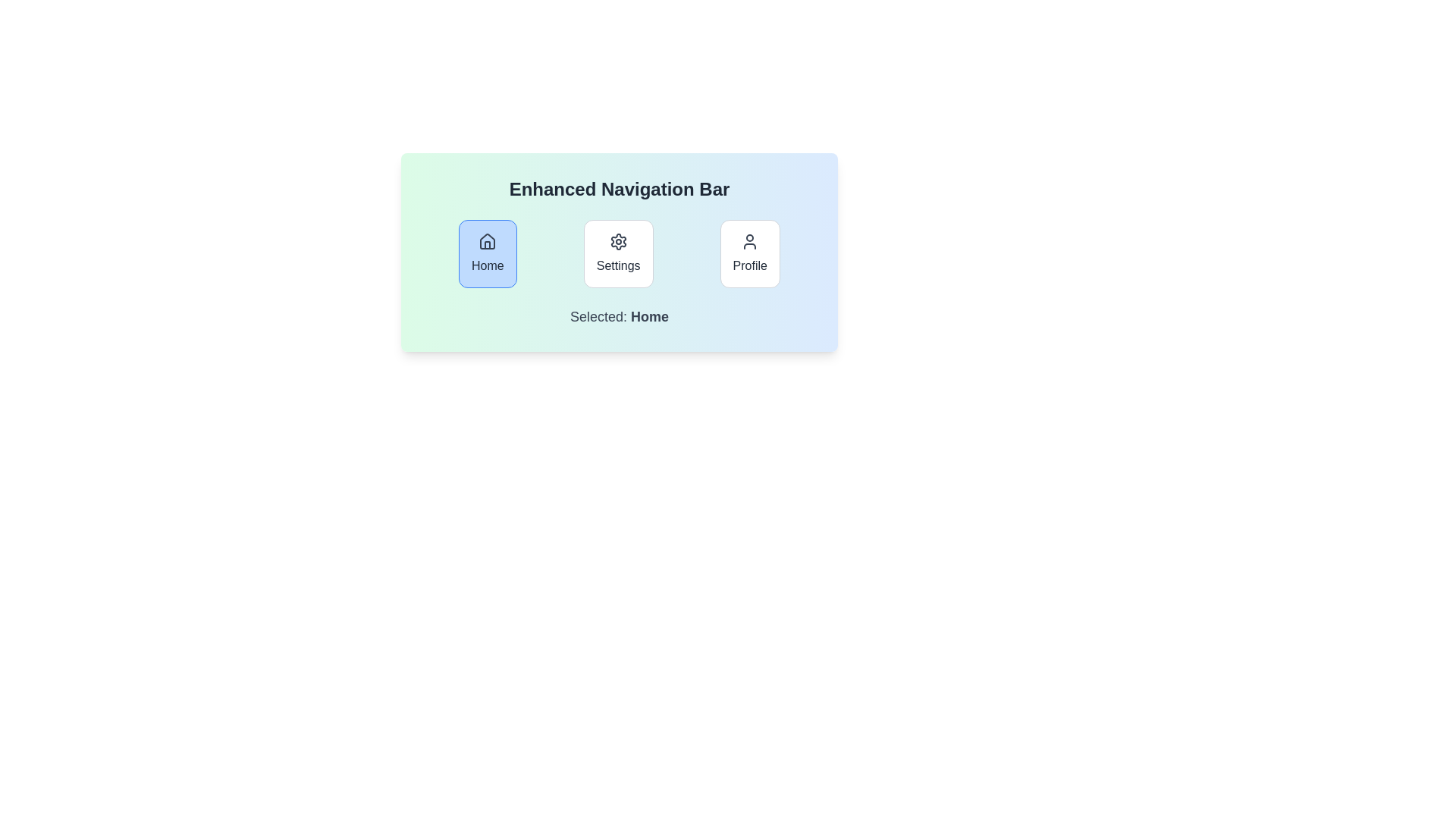 The height and width of the screenshot is (819, 1456). Describe the element at coordinates (750, 241) in the screenshot. I see `the user profile SVG icon located within the 'Profile' button on the right side of the navigation bar, which is styled in gray and has a circular head atop a wider shoulder base` at that location.